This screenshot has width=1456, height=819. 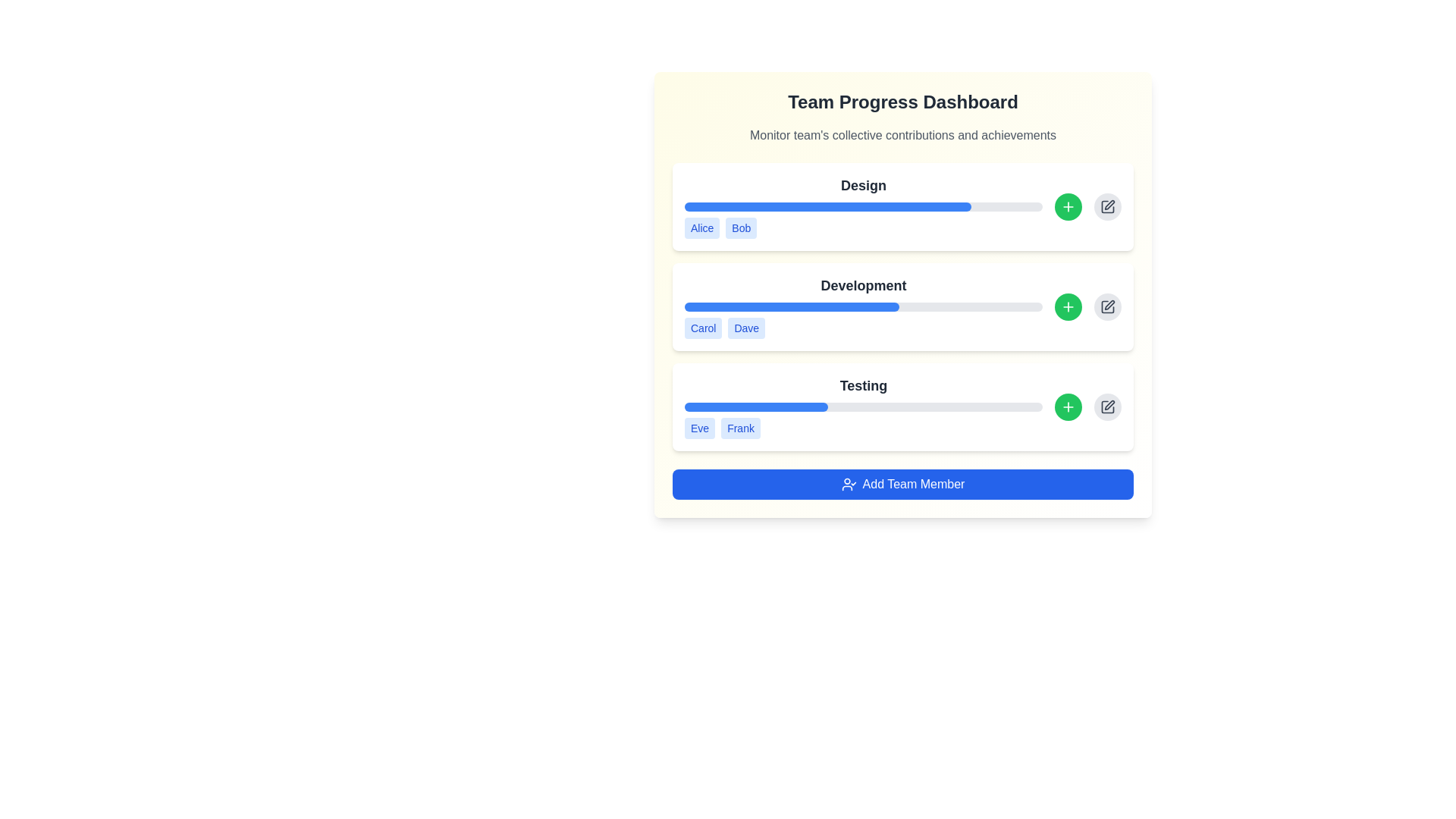 What do you see at coordinates (1107, 307) in the screenshot?
I see `the small square icon with a pen inside, located in the rightmost part of the 'Development' section` at bounding box center [1107, 307].